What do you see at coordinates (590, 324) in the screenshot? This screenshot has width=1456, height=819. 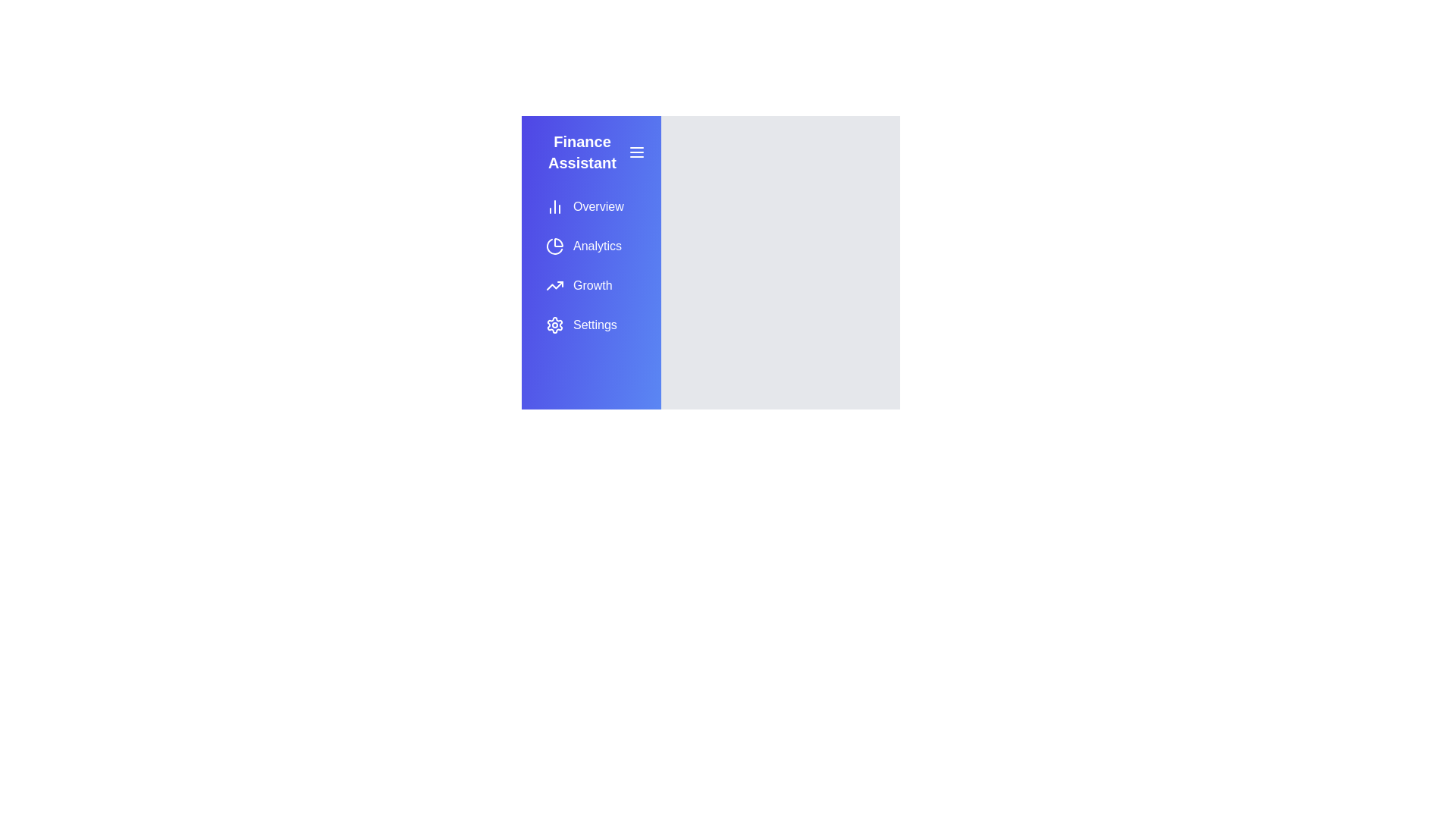 I see `the menu option Settings to navigate to the respective section` at bounding box center [590, 324].